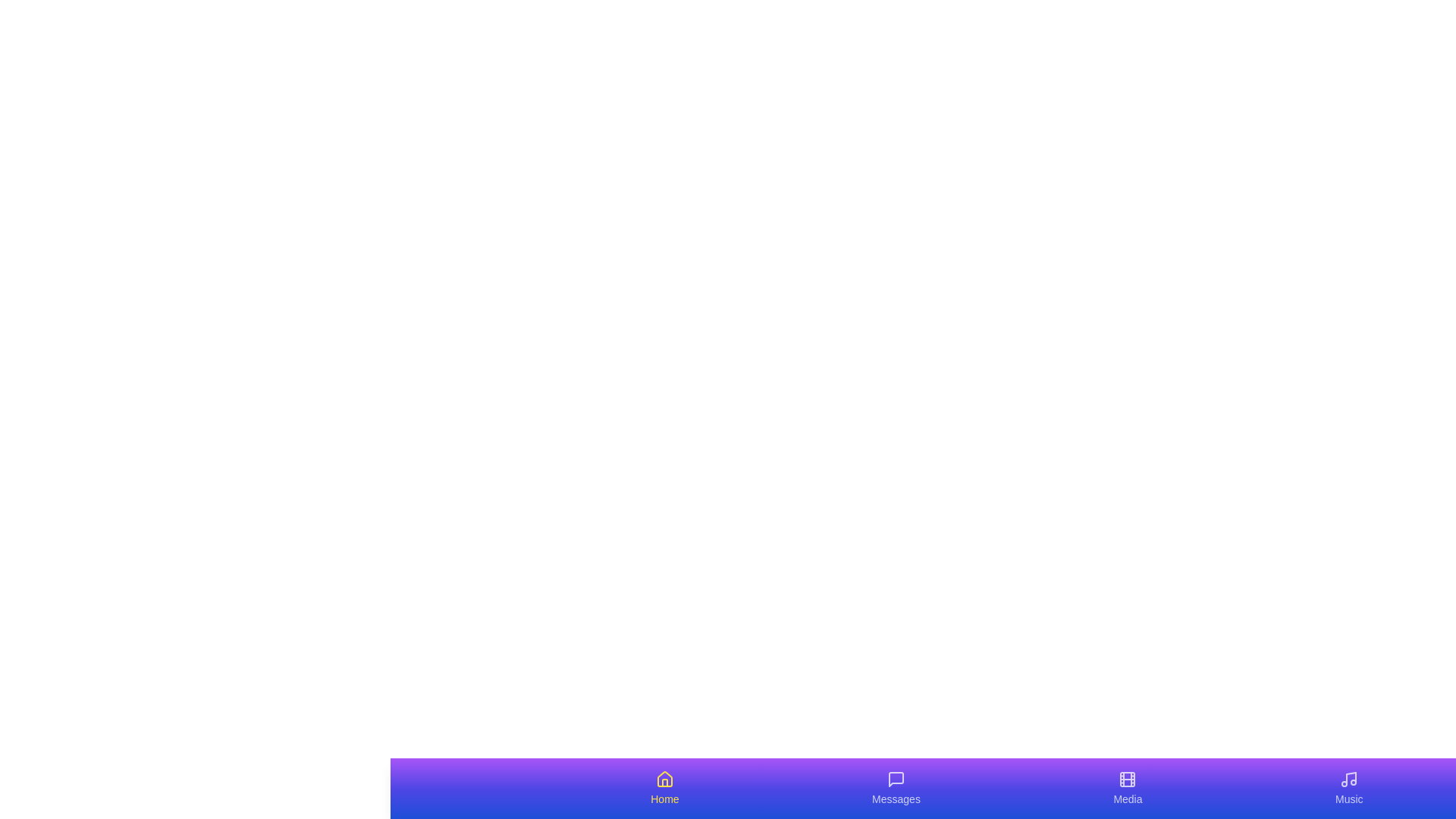 This screenshot has height=819, width=1456. What do you see at coordinates (1128, 788) in the screenshot?
I see `the Media tab from the bottom navigation bar` at bounding box center [1128, 788].